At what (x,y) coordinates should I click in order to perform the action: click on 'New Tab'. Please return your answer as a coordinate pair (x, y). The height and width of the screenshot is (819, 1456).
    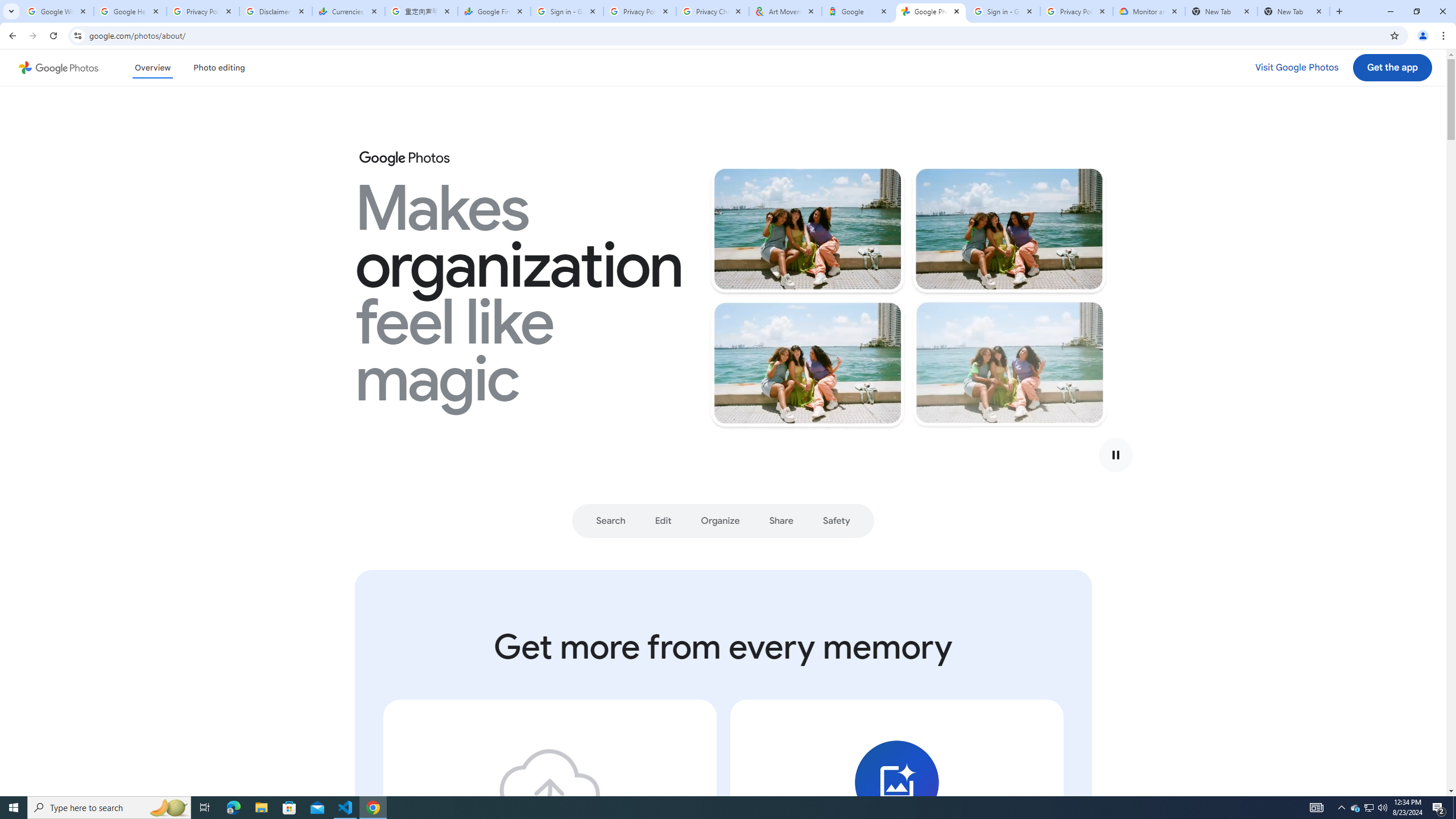
    Looking at the image, I should click on (1221, 11).